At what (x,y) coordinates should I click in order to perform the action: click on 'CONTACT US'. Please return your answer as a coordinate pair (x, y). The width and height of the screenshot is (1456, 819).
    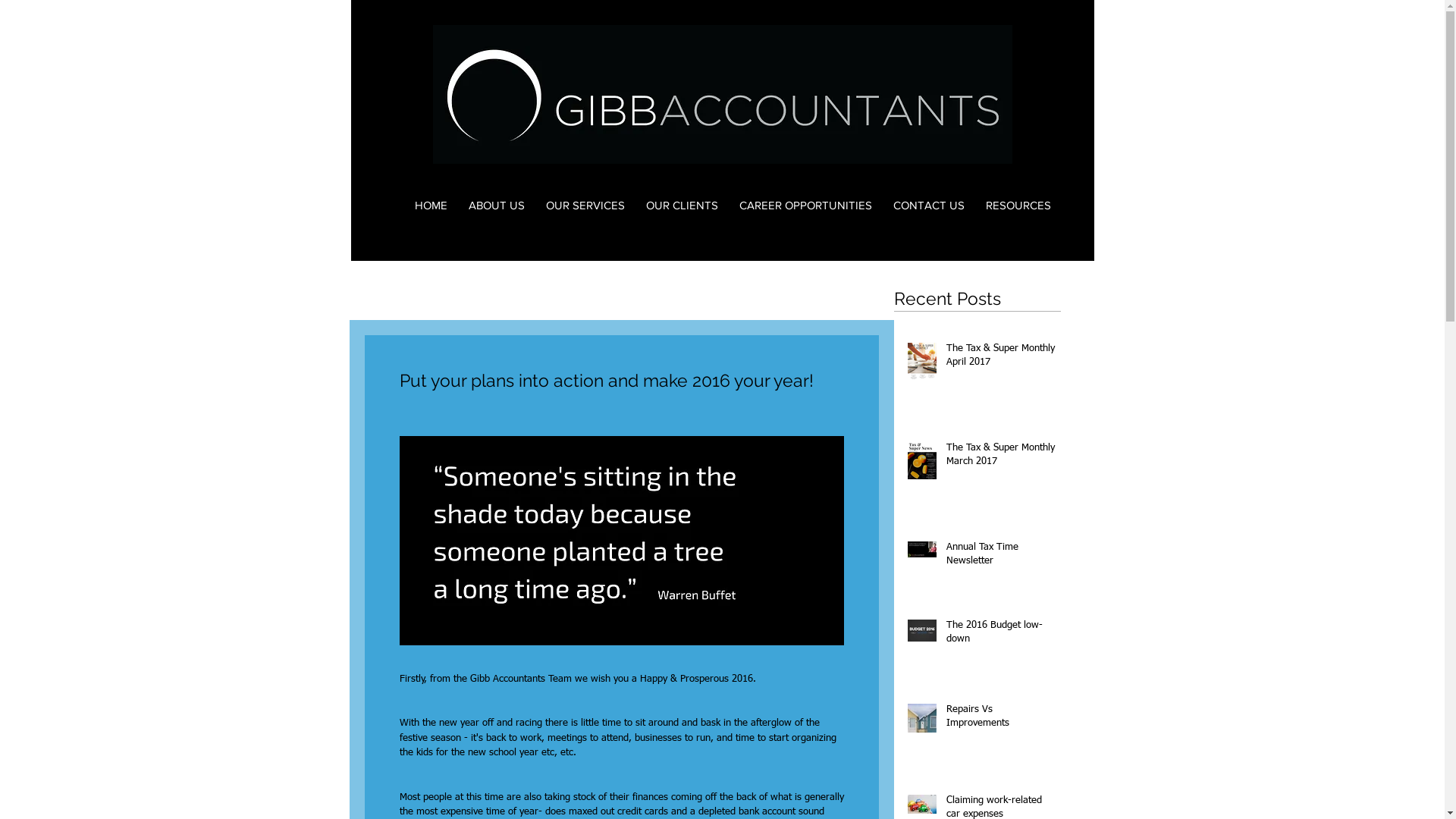
    Looking at the image, I should click on (927, 205).